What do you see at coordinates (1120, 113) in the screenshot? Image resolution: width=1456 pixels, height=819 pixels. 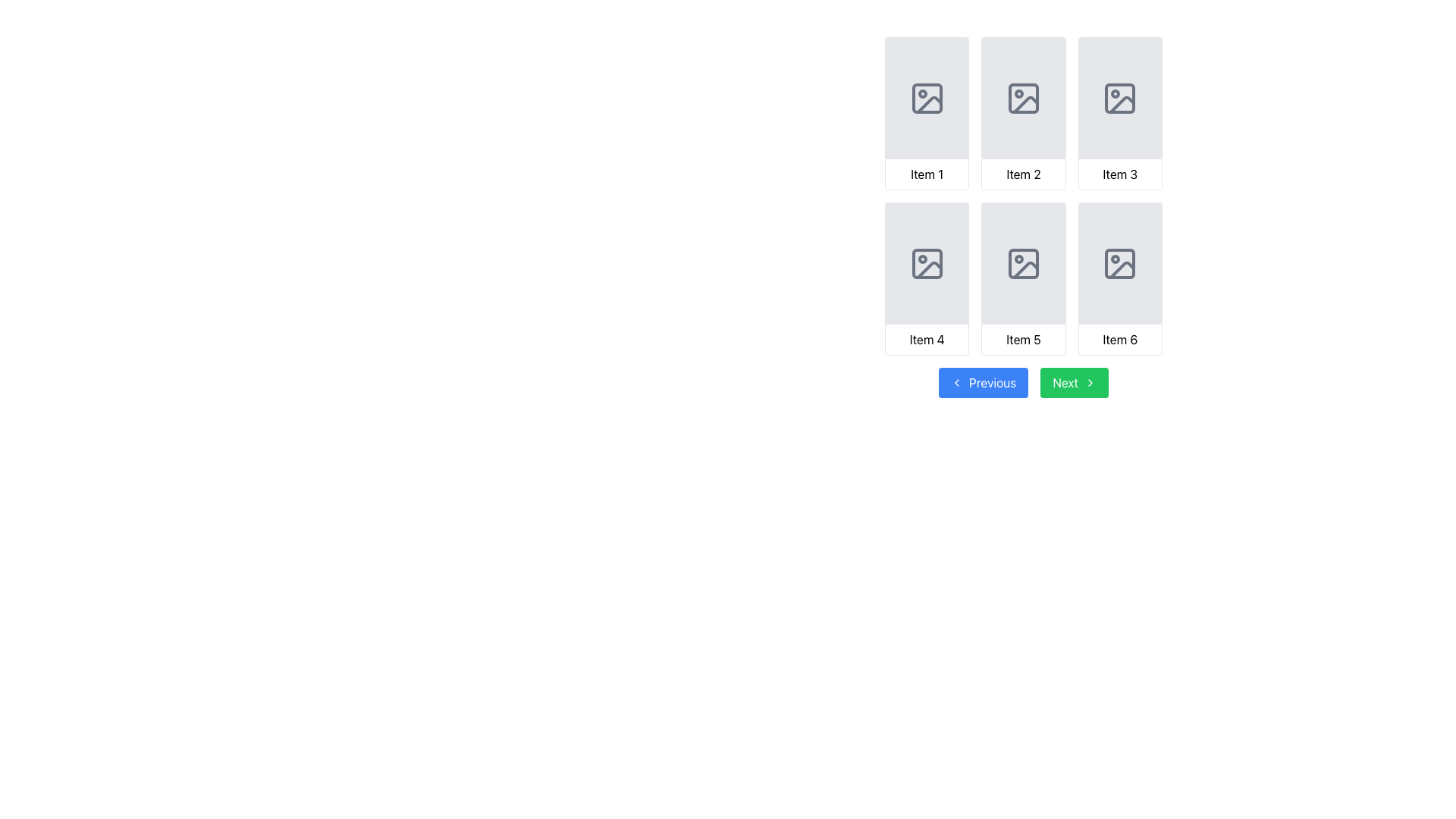 I see `the third tile in the first row of a grid to interact with the item` at bounding box center [1120, 113].